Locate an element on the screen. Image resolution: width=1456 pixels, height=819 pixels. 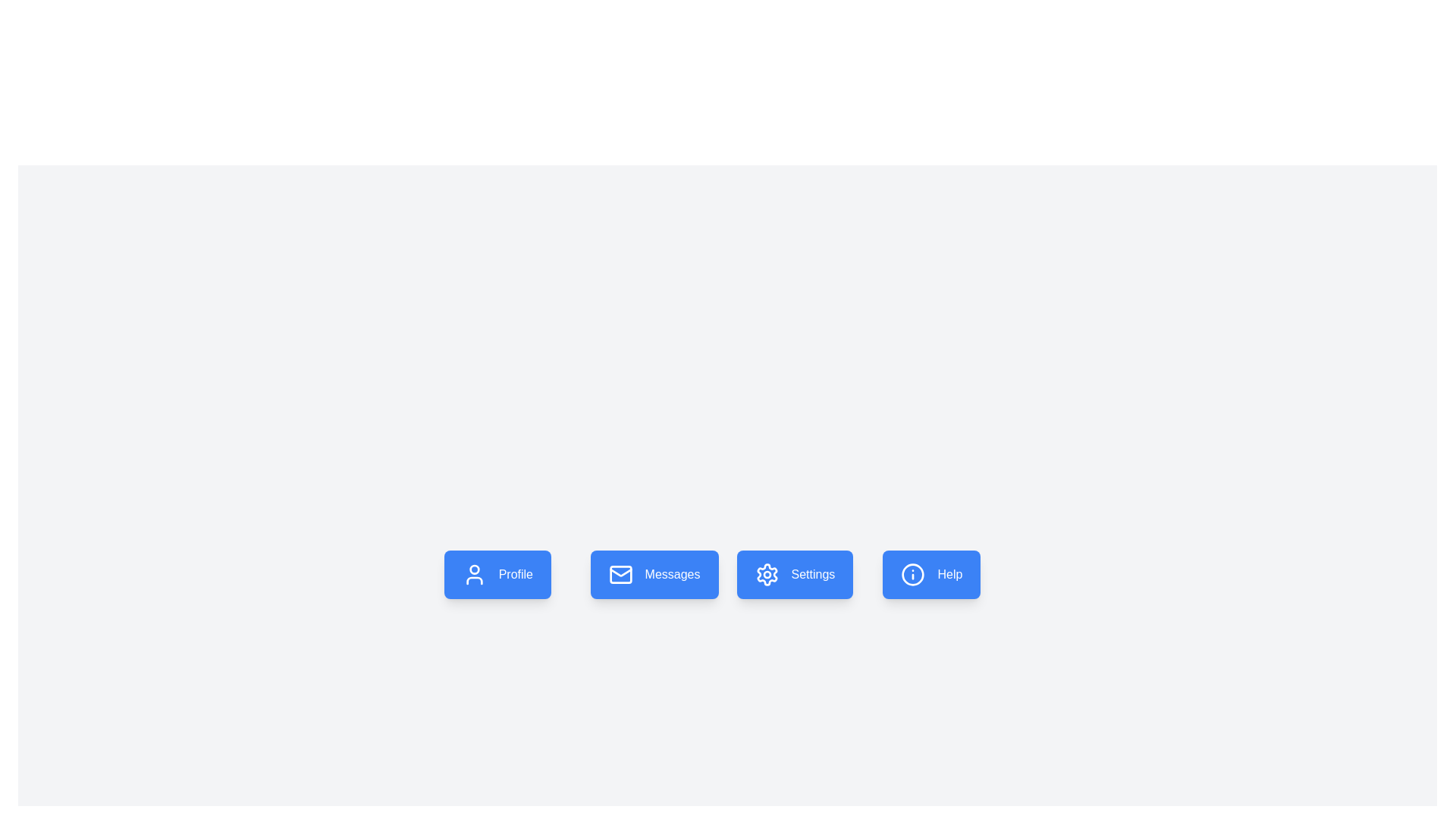
the 'Help' button which displays the text 'Help' in white font on a blue background, located on the far-right side of a horizontal row of buttons is located at coordinates (949, 575).